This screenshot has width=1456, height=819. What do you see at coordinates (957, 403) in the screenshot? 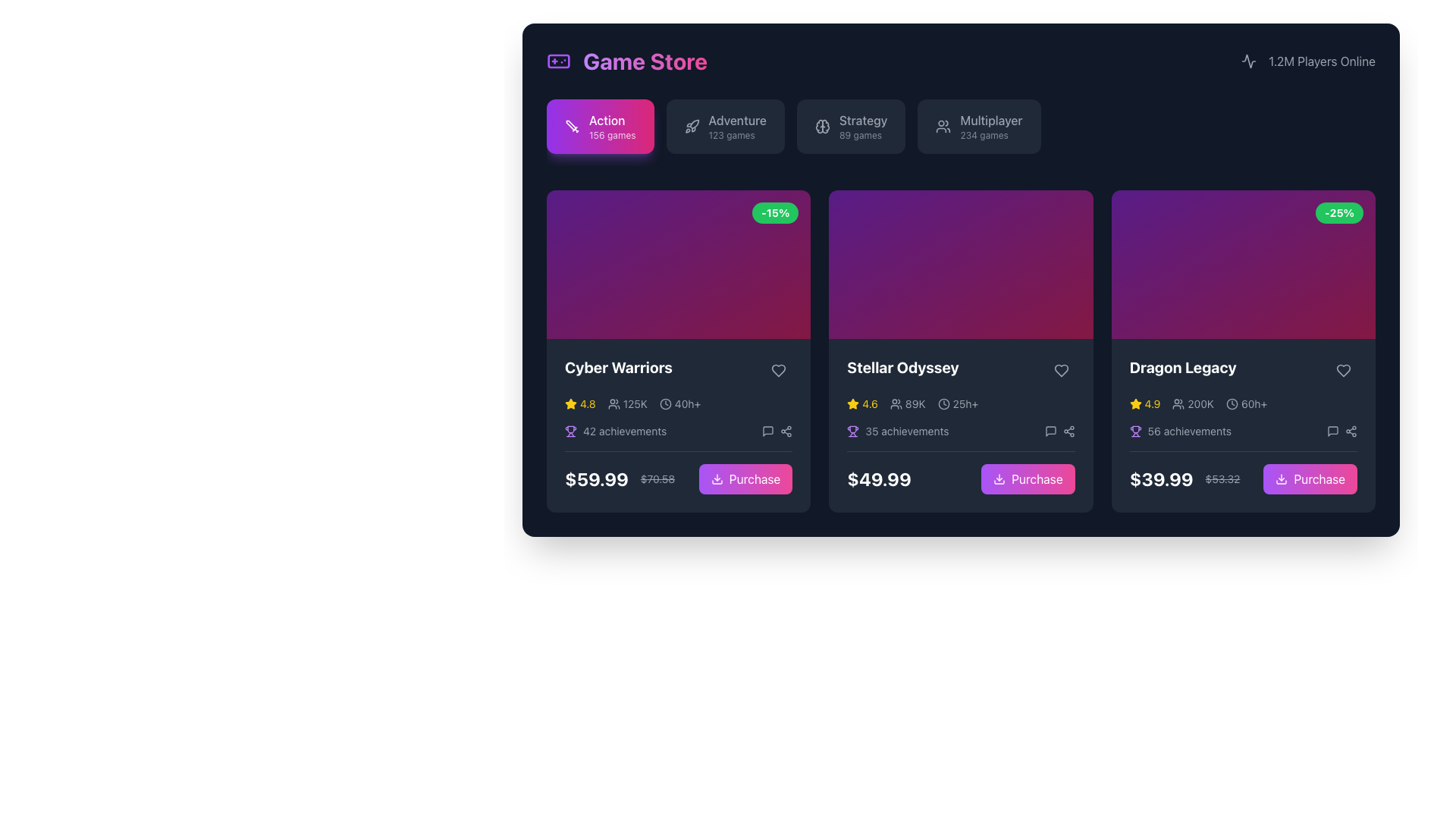
I see `the clock icon and text label displaying '25h+' in the Stellar Odyssey card in the Action category of the Game Store interface` at bounding box center [957, 403].